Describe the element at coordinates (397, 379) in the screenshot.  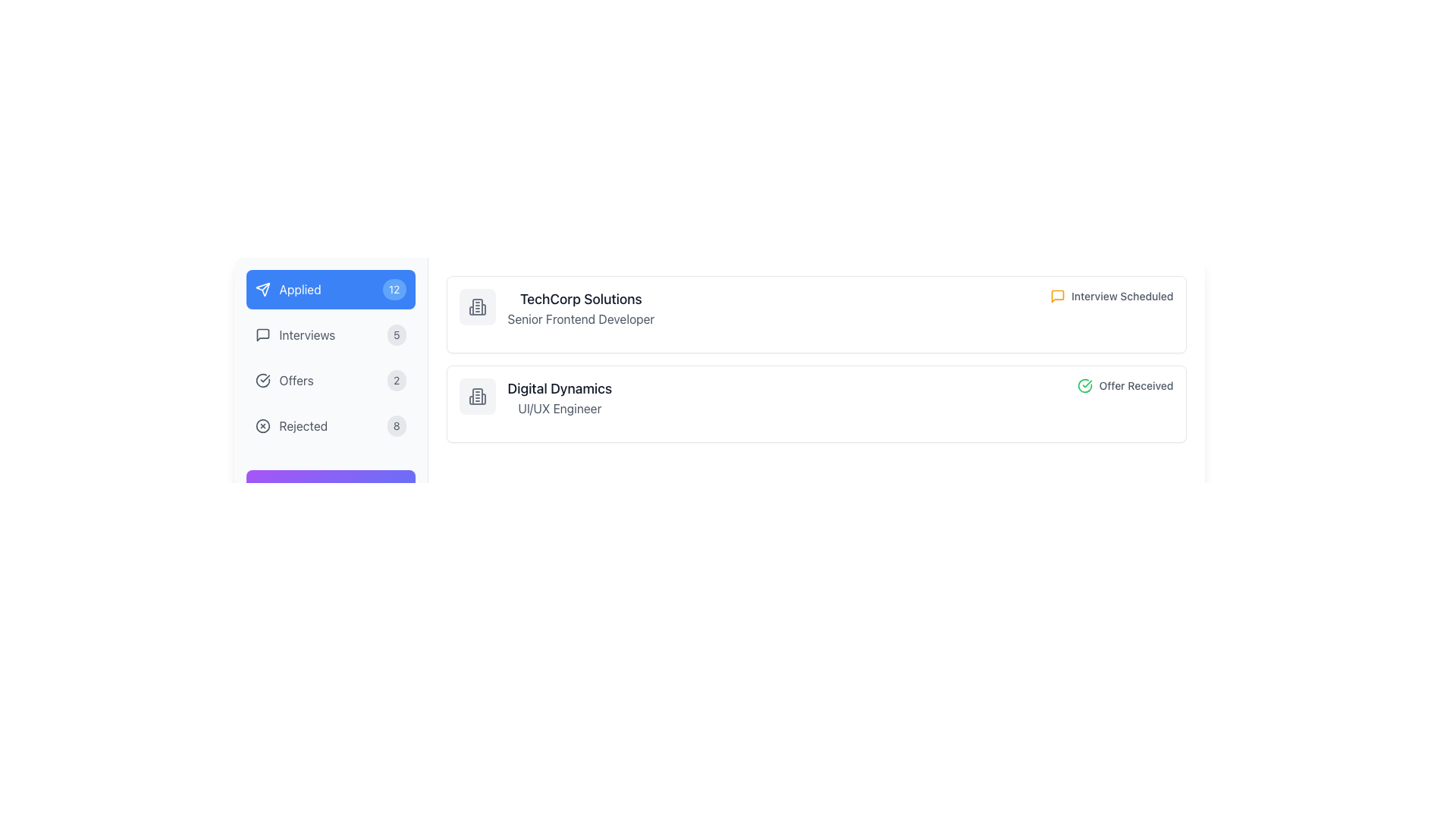
I see `the notification badge displaying the number '2', which is part of the 'Offers' sidebar option, located to the far right of the row` at that location.